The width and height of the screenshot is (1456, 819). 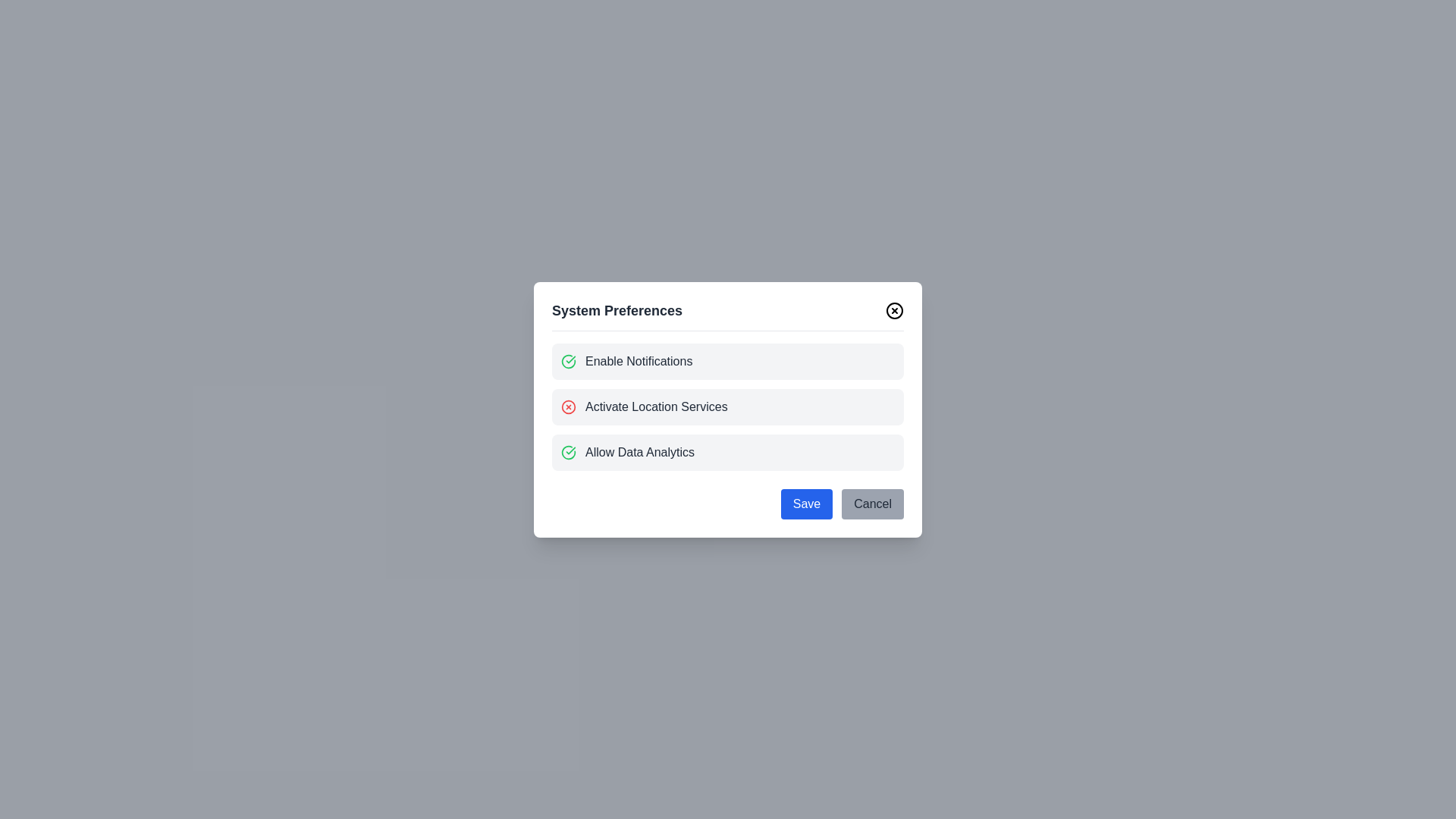 What do you see at coordinates (805, 504) in the screenshot?
I see `'Save' button to confirm changes` at bounding box center [805, 504].